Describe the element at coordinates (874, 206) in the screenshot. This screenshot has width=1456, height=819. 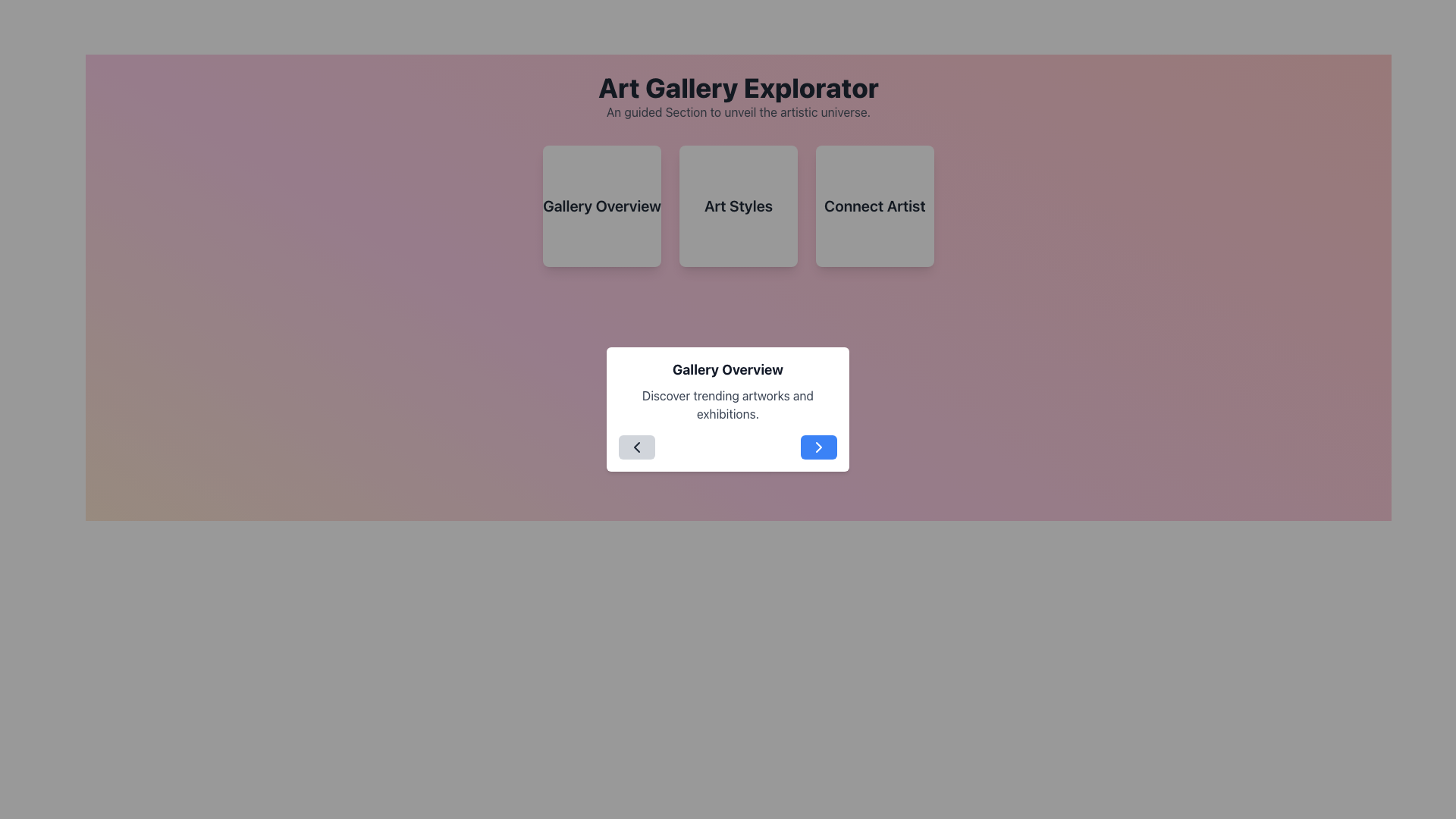
I see `the 'Connect Artist' button card, which is a rectangular card with rounded corners and a white background` at that location.